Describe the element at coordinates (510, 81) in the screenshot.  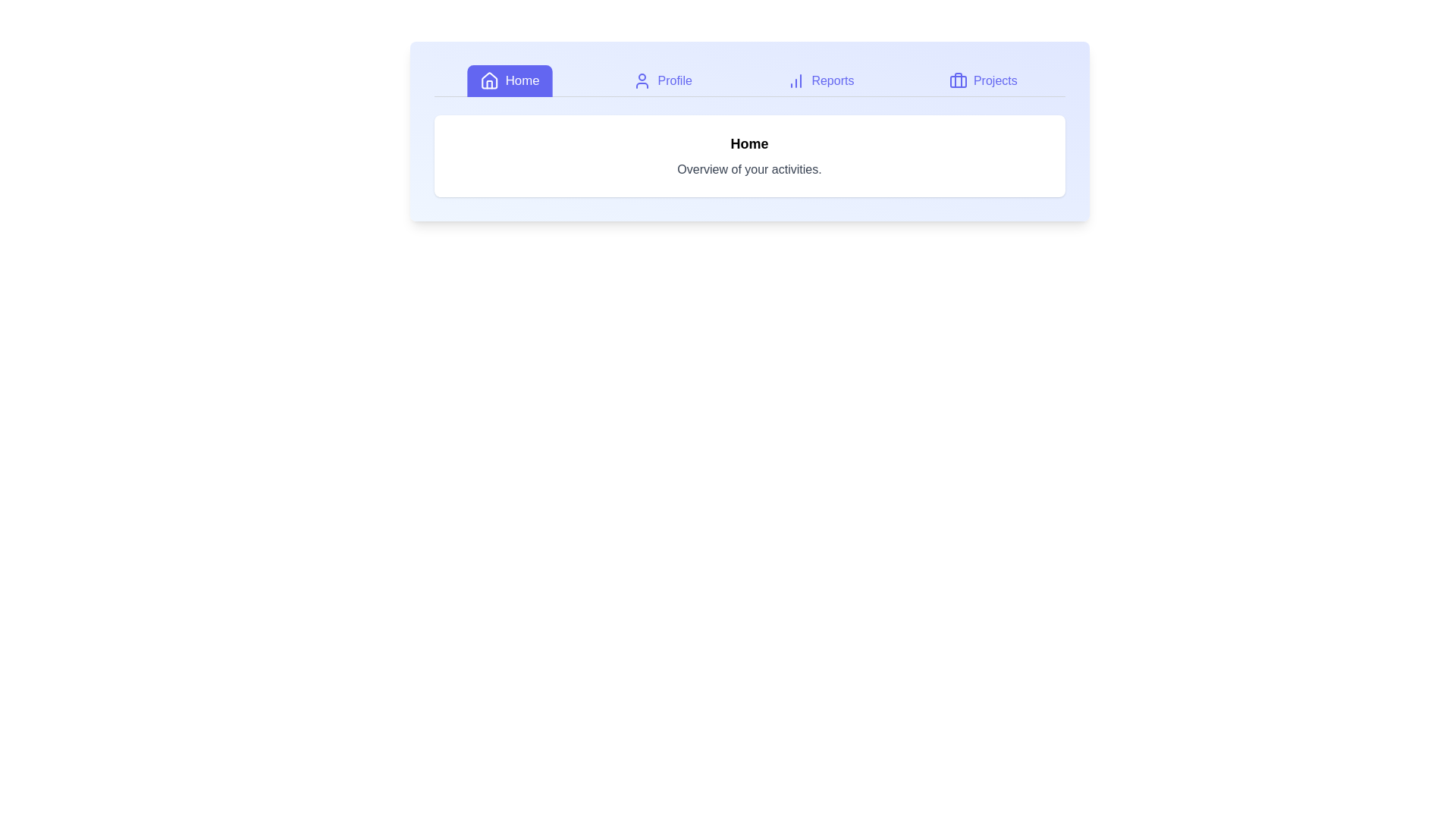
I see `the Home tab to view its content` at that location.